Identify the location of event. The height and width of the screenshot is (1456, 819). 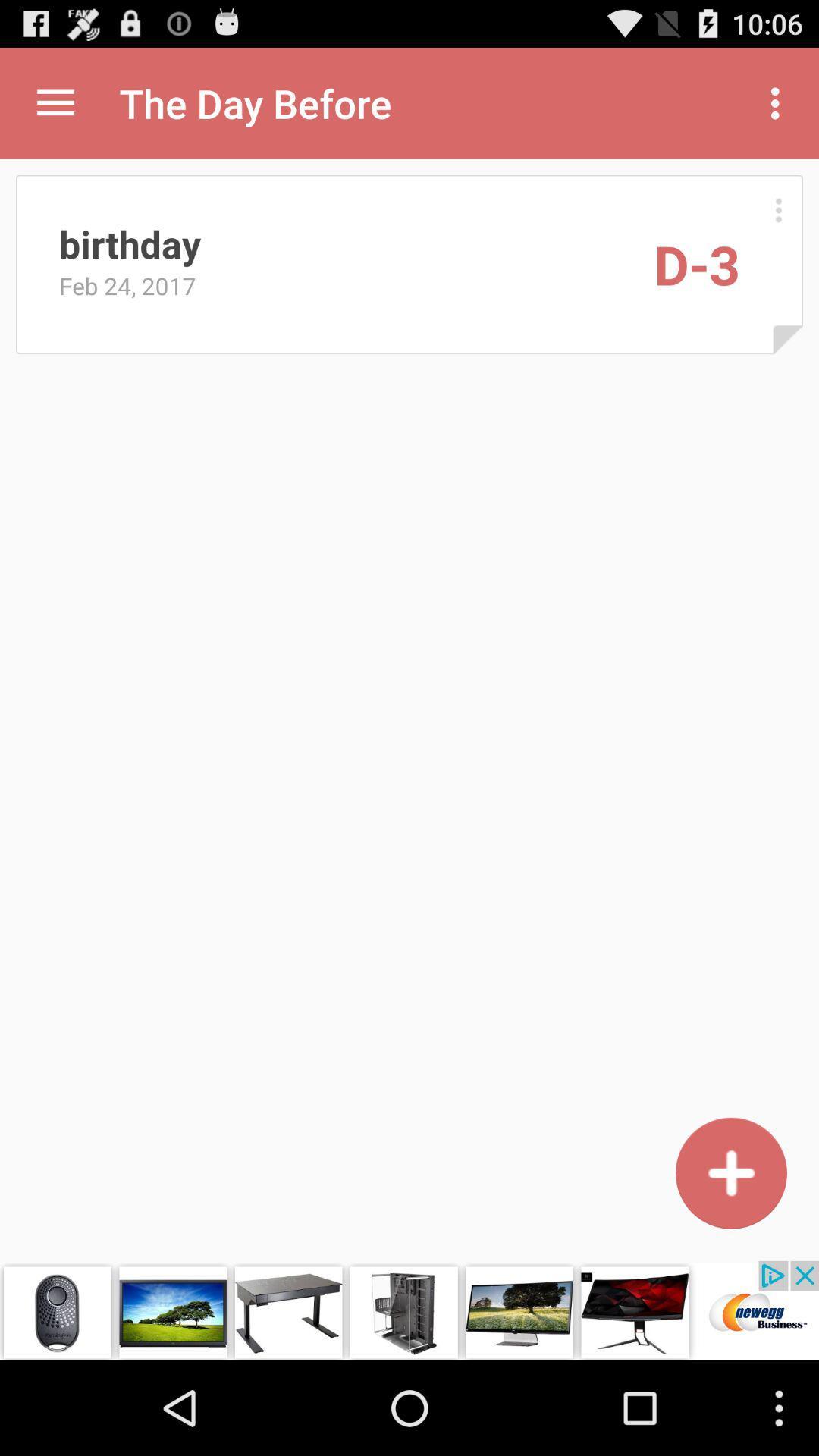
(730, 1172).